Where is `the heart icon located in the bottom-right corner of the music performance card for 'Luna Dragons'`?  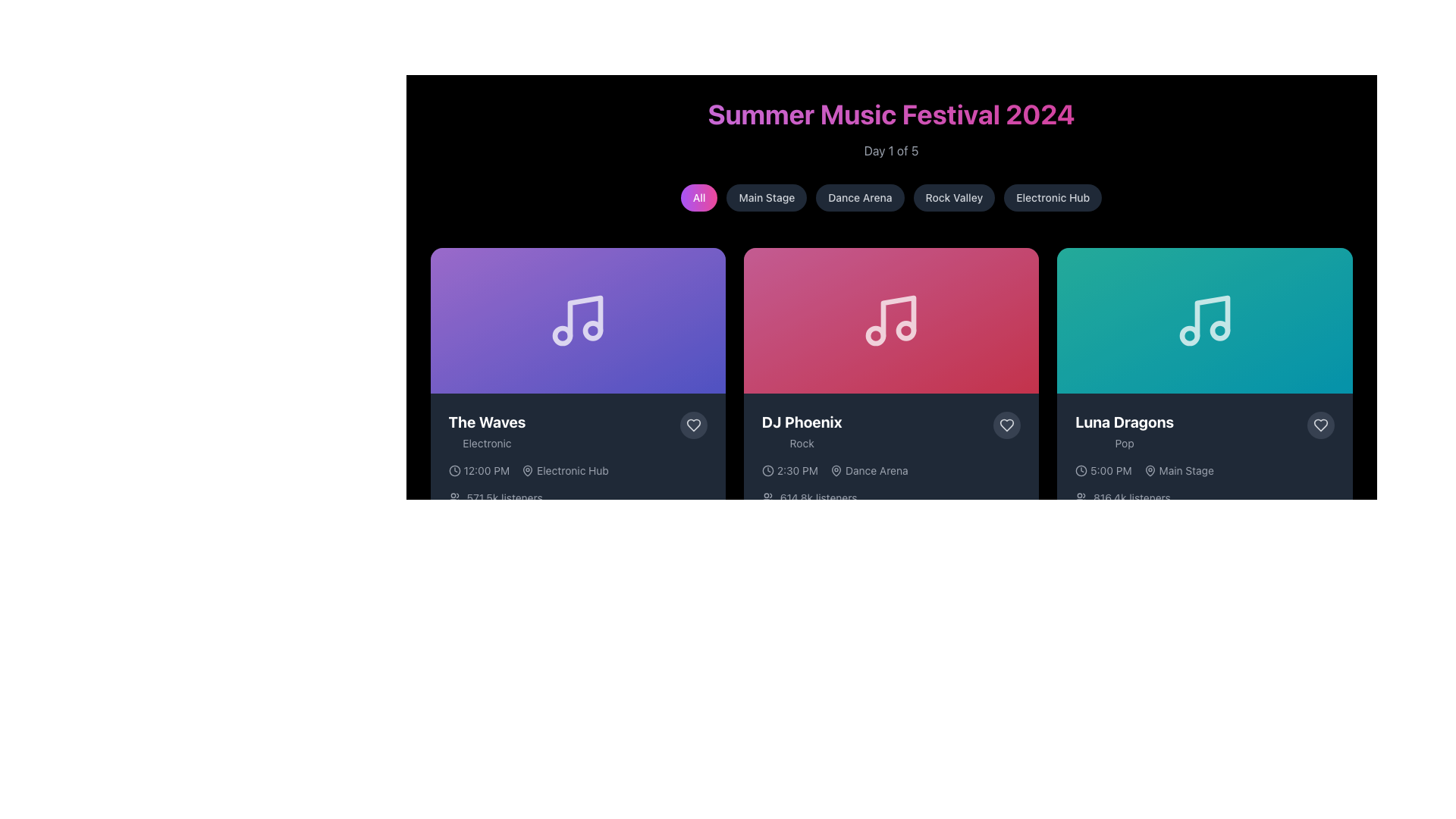 the heart icon located in the bottom-right corner of the music performance card for 'Luna Dragons' is located at coordinates (1319, 425).